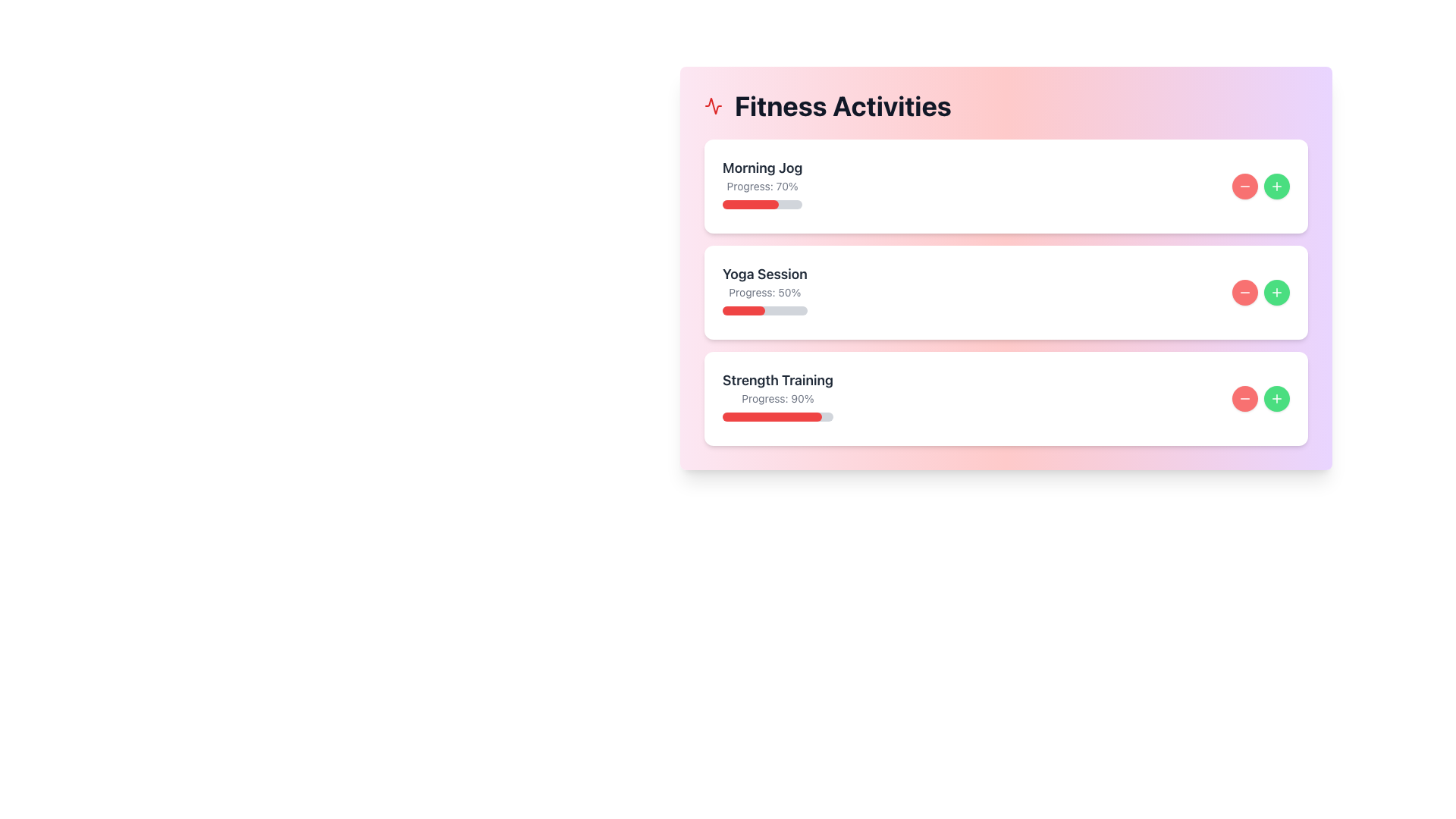 The image size is (1456, 819). What do you see at coordinates (762, 205) in the screenshot?
I see `the horizontal progress bar located in the 'Morning Jog' section, which is filled with red and indicates 70% progress` at bounding box center [762, 205].